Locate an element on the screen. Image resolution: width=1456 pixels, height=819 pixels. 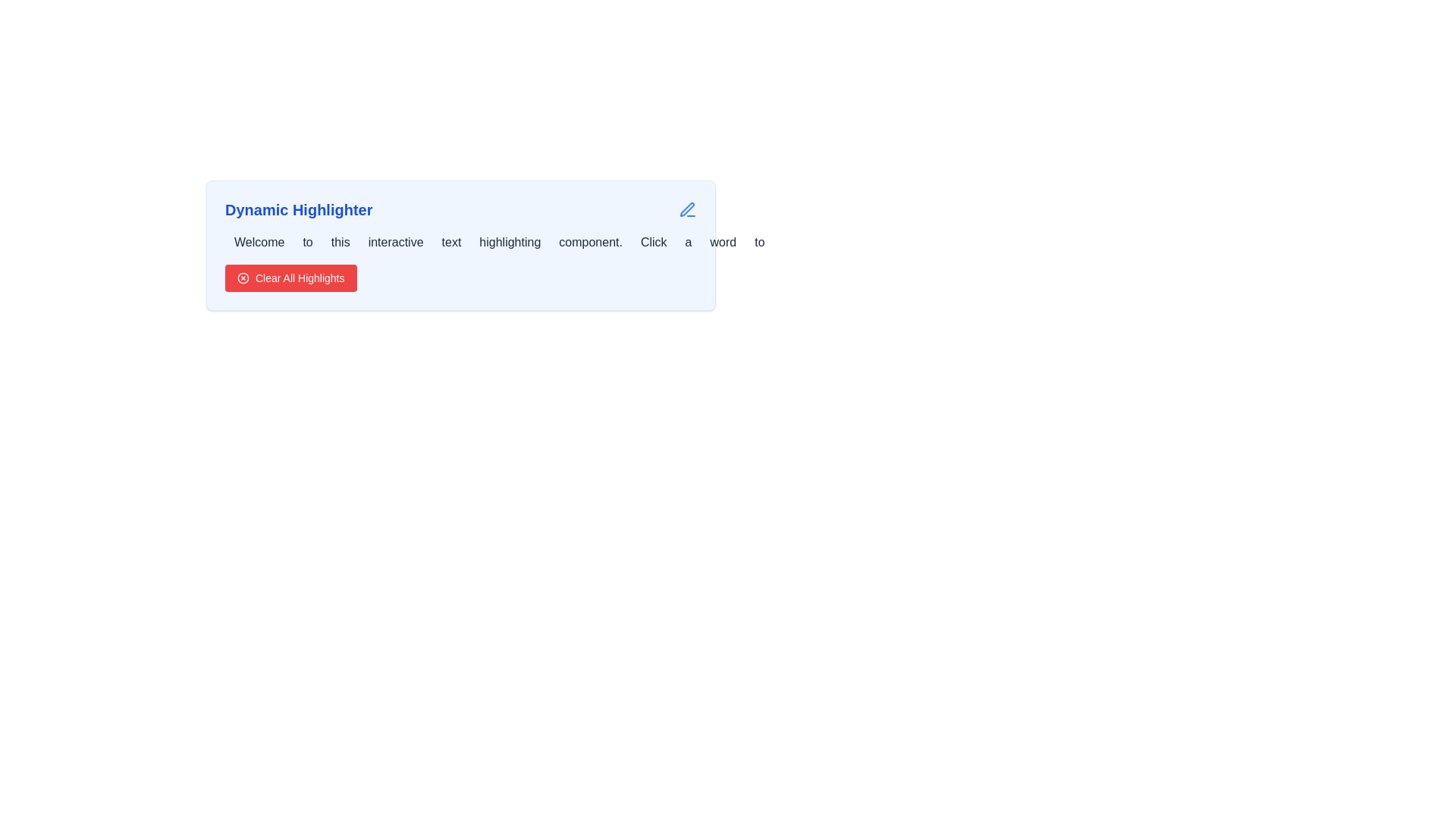
the interactive word component styled with padding and rounded corners, which displays the text 'component.' is located at coordinates (590, 241).